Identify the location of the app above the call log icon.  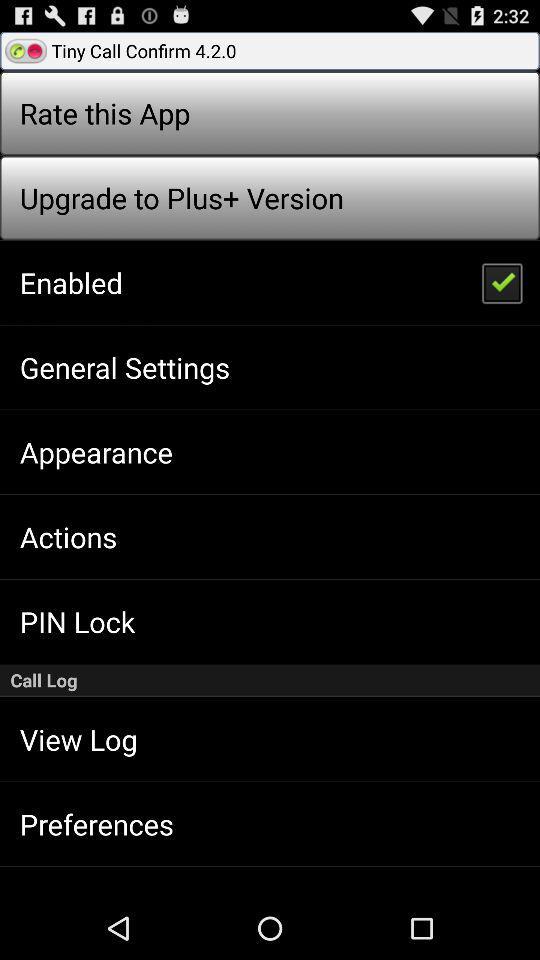
(500, 281).